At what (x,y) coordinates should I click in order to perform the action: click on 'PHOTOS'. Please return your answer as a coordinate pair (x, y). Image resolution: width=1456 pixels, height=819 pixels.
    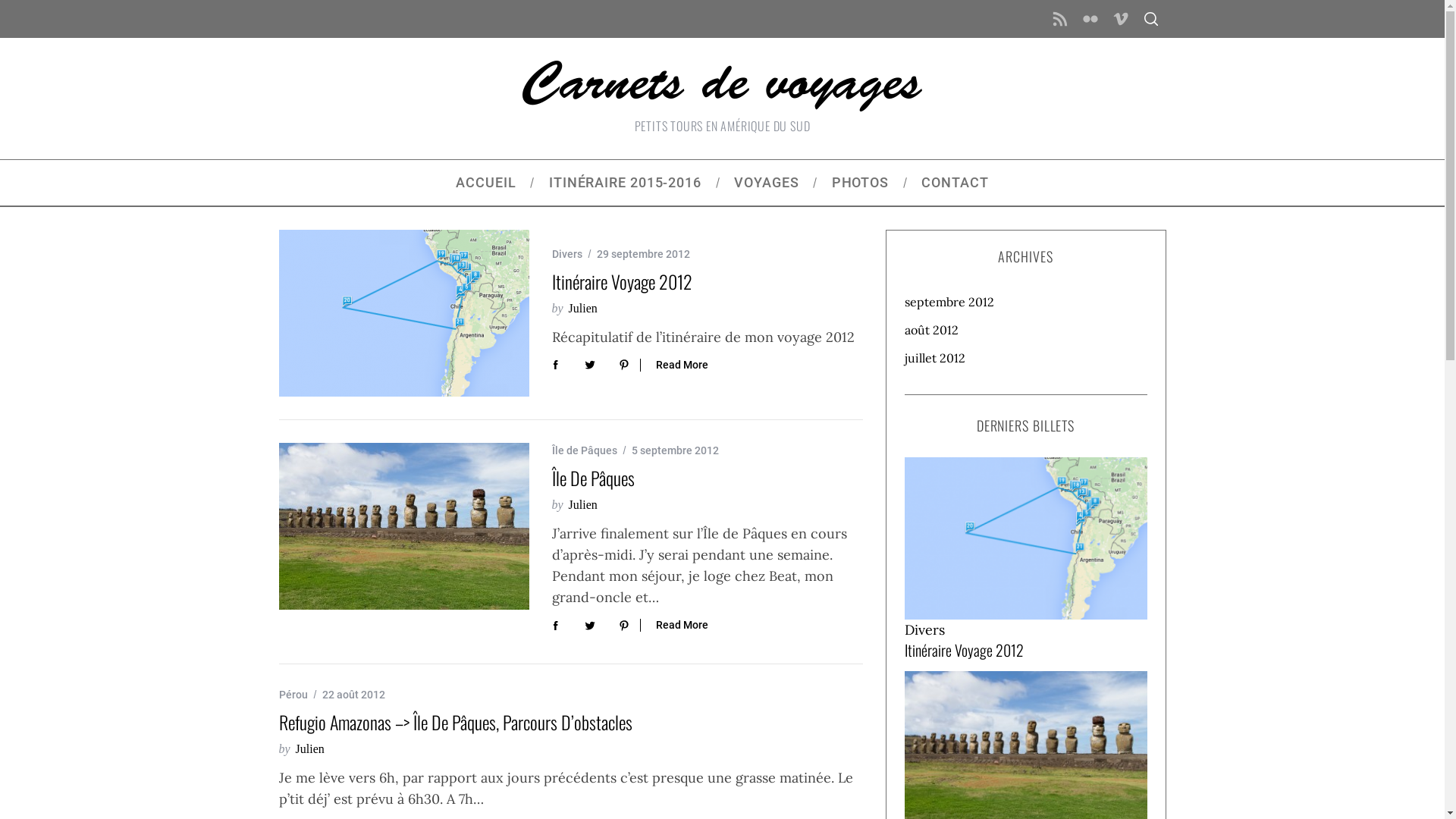
    Looking at the image, I should click on (860, 181).